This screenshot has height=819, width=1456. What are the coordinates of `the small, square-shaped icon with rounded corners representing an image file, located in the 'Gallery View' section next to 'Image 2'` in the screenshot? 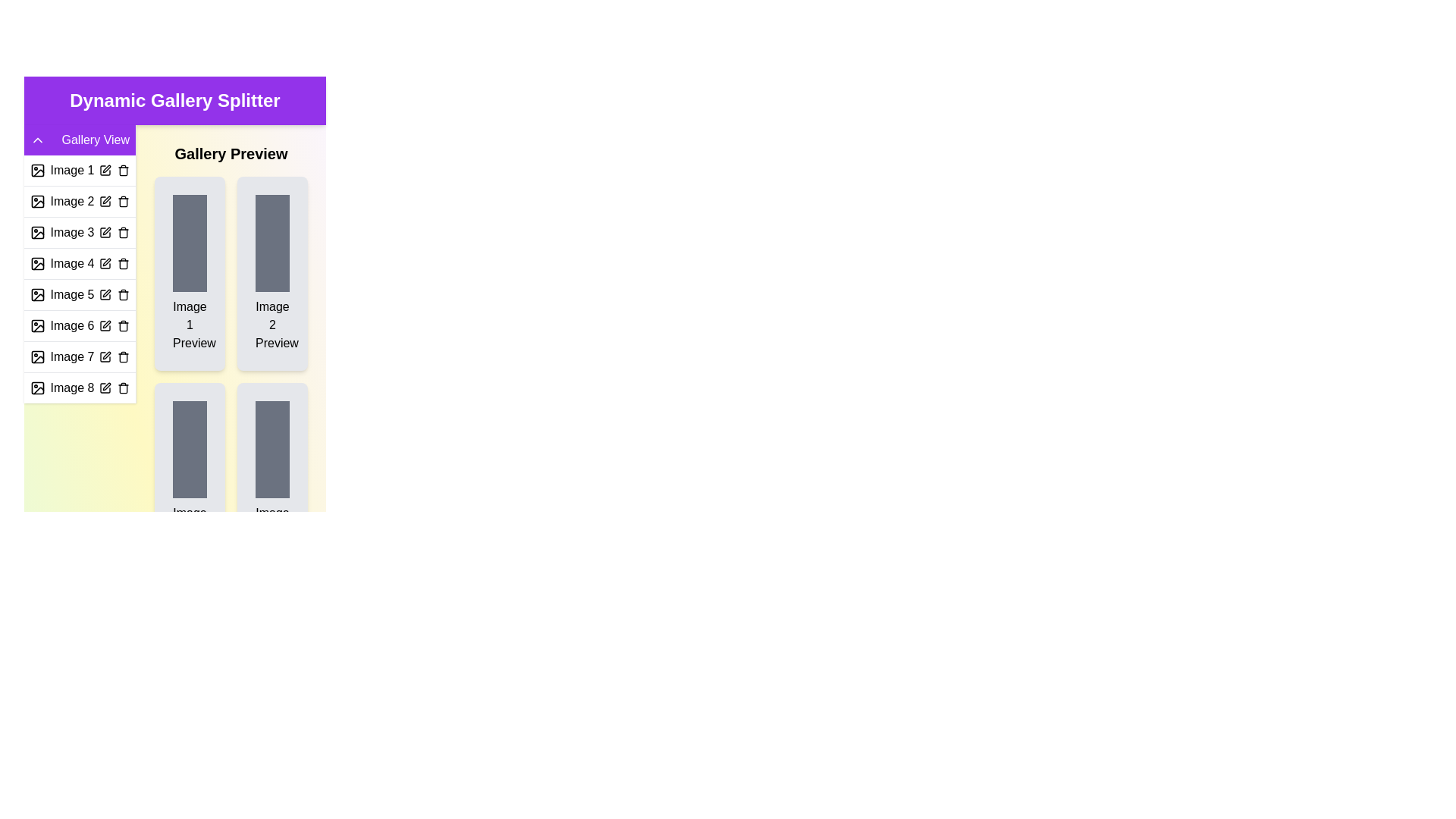 It's located at (37, 201).